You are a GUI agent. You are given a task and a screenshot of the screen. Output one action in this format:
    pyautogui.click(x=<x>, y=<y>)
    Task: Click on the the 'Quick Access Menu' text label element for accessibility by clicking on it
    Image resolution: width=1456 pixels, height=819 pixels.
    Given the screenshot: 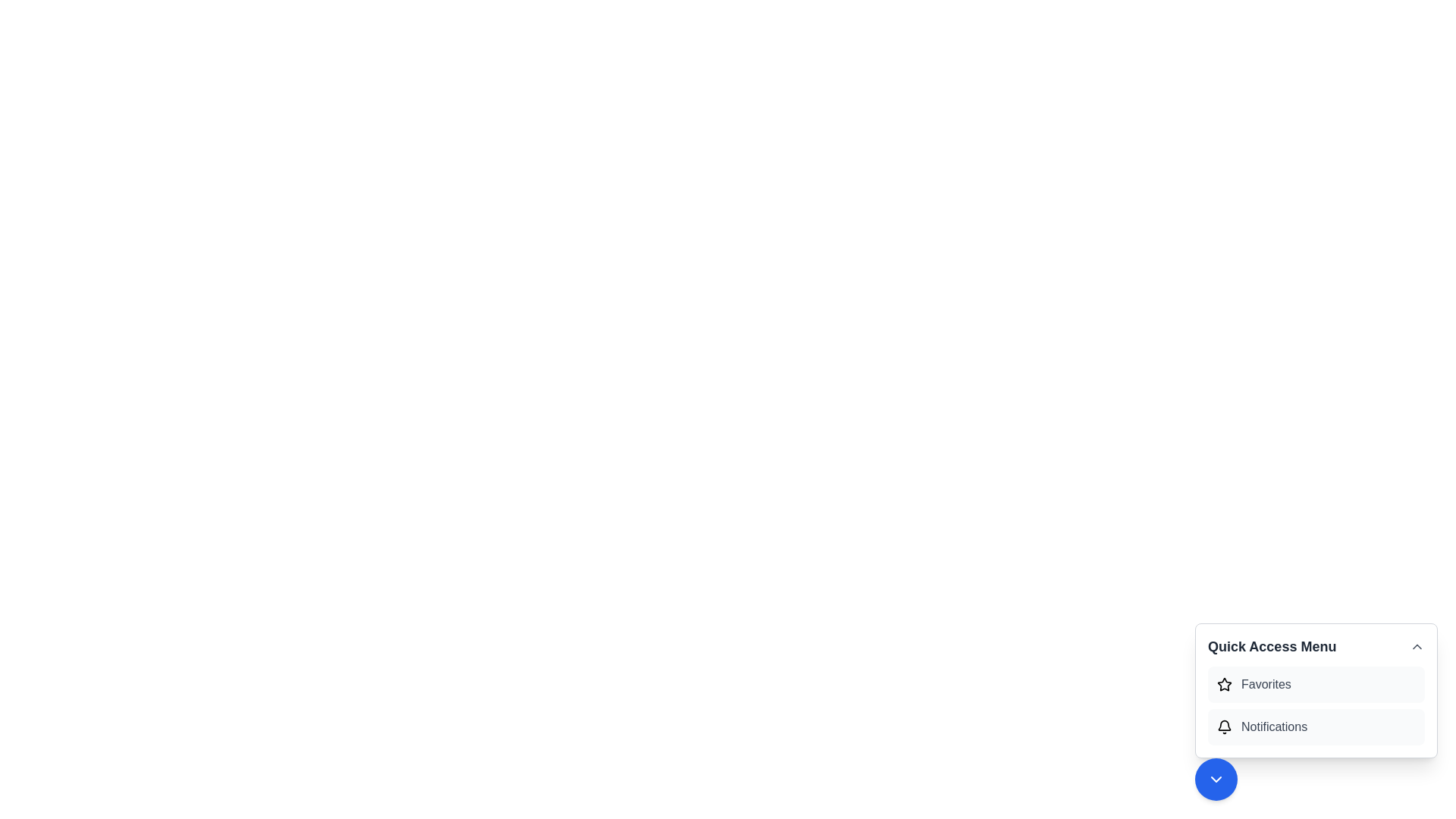 What is the action you would take?
    pyautogui.click(x=1272, y=646)
    